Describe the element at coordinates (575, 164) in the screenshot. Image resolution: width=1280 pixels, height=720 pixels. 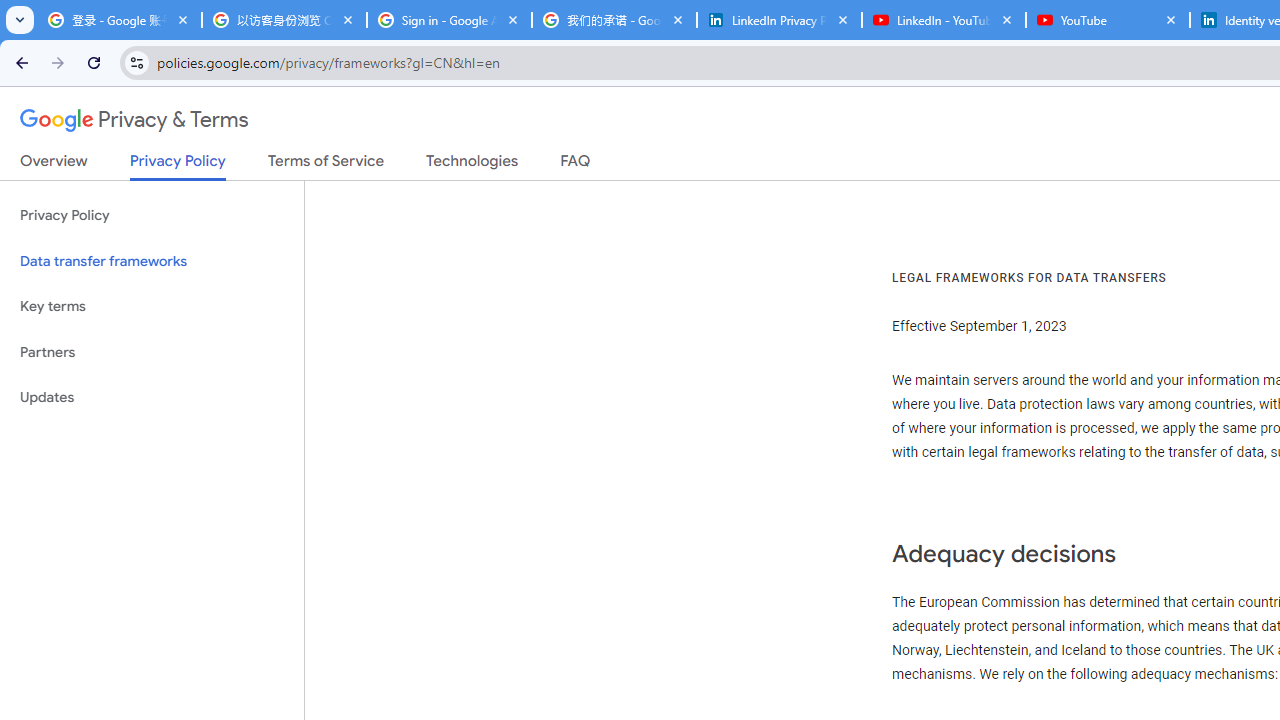
I see `'FAQ'` at that location.